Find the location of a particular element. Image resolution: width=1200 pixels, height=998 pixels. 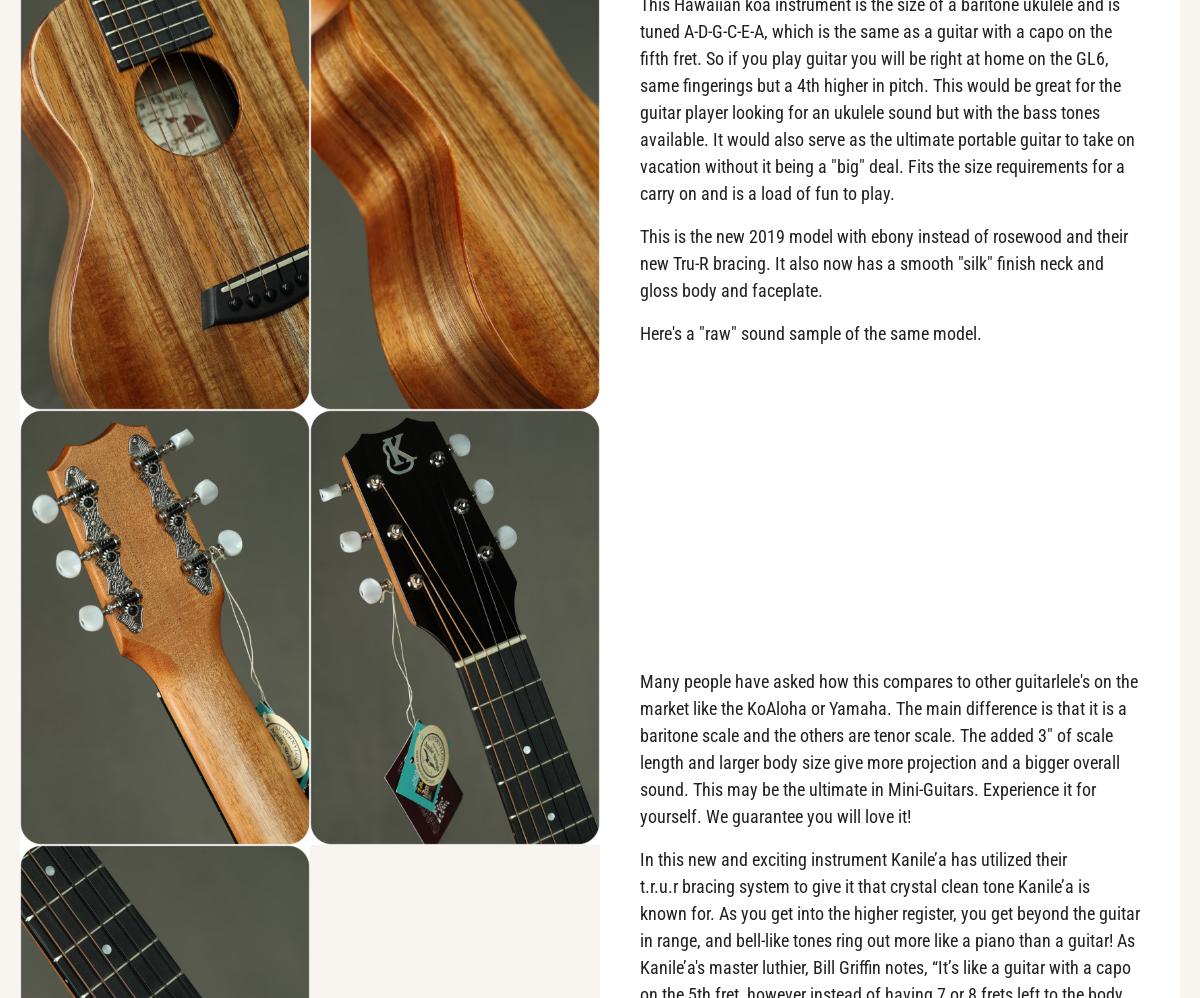

'Basic Quality Control:' is located at coordinates (129, 84).